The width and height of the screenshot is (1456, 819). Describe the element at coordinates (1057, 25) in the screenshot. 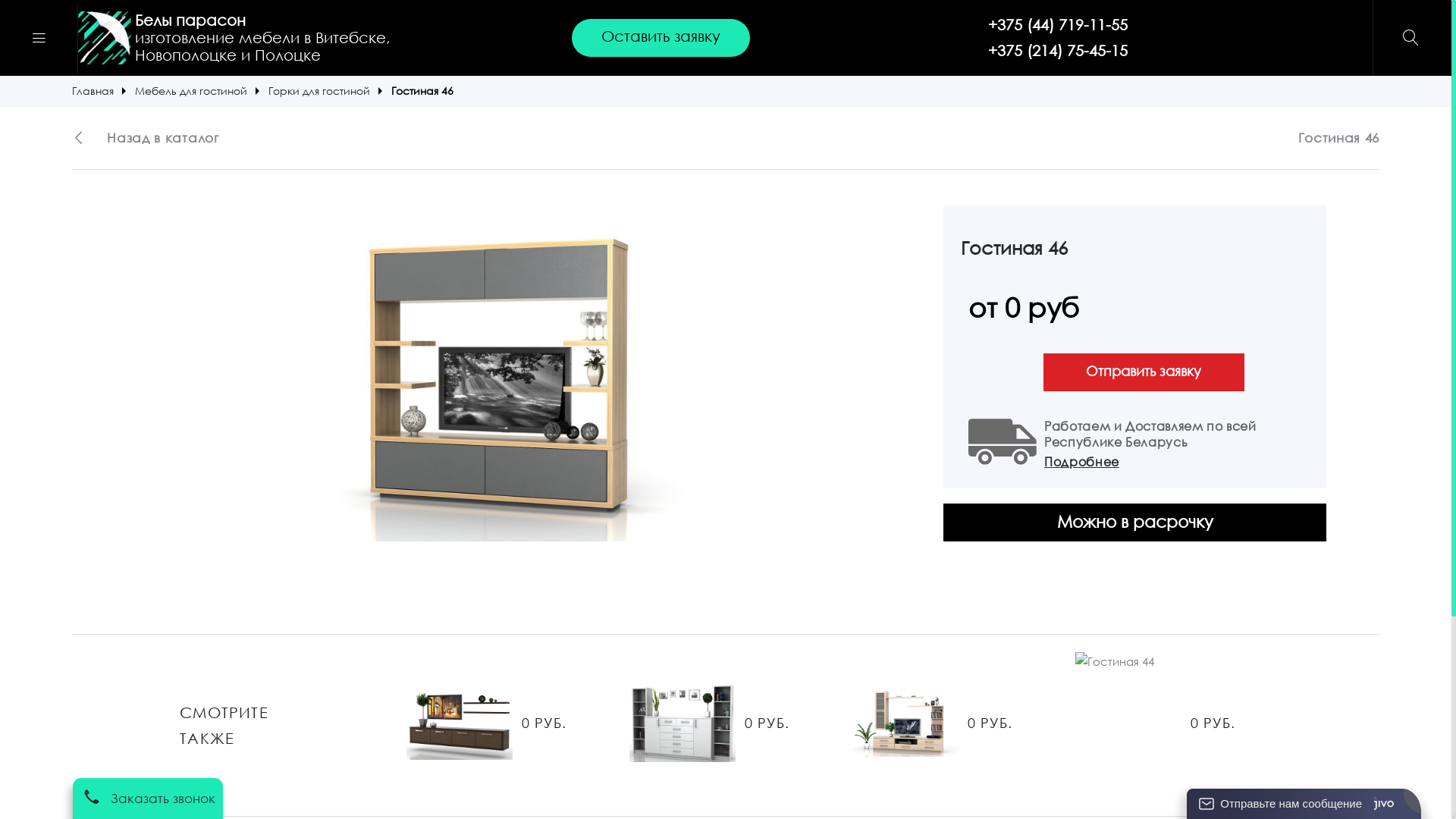

I see `'+375 (44) 719-11-55'` at that location.